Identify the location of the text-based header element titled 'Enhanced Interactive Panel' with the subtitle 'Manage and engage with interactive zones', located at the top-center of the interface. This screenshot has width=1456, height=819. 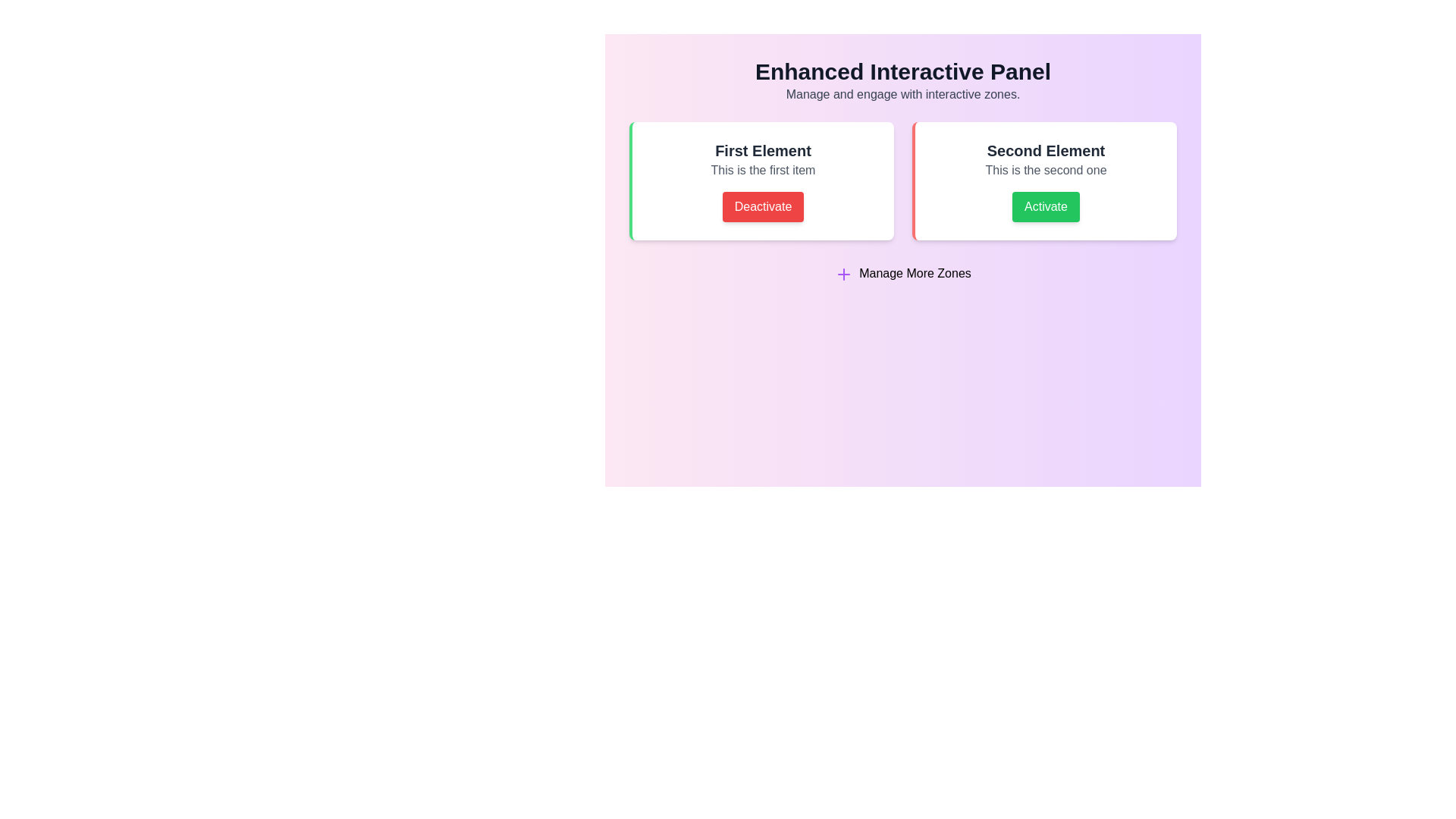
(902, 81).